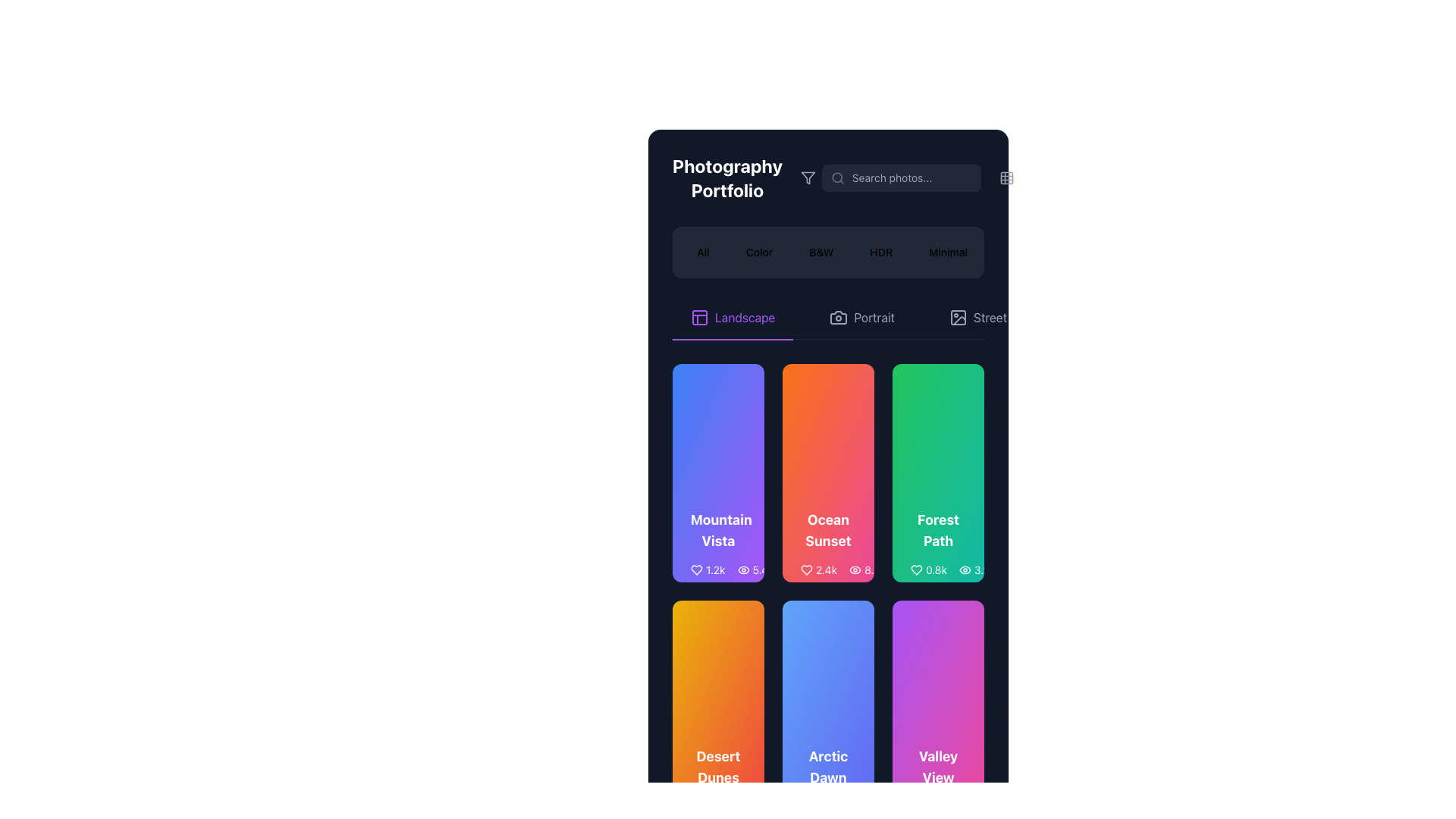 This screenshot has width=1456, height=819. What do you see at coordinates (707, 570) in the screenshot?
I see `the count icon displaying likes for the 'Mountain Vista' card, located at the bottom-left corner of the card in the first column of the grid` at bounding box center [707, 570].